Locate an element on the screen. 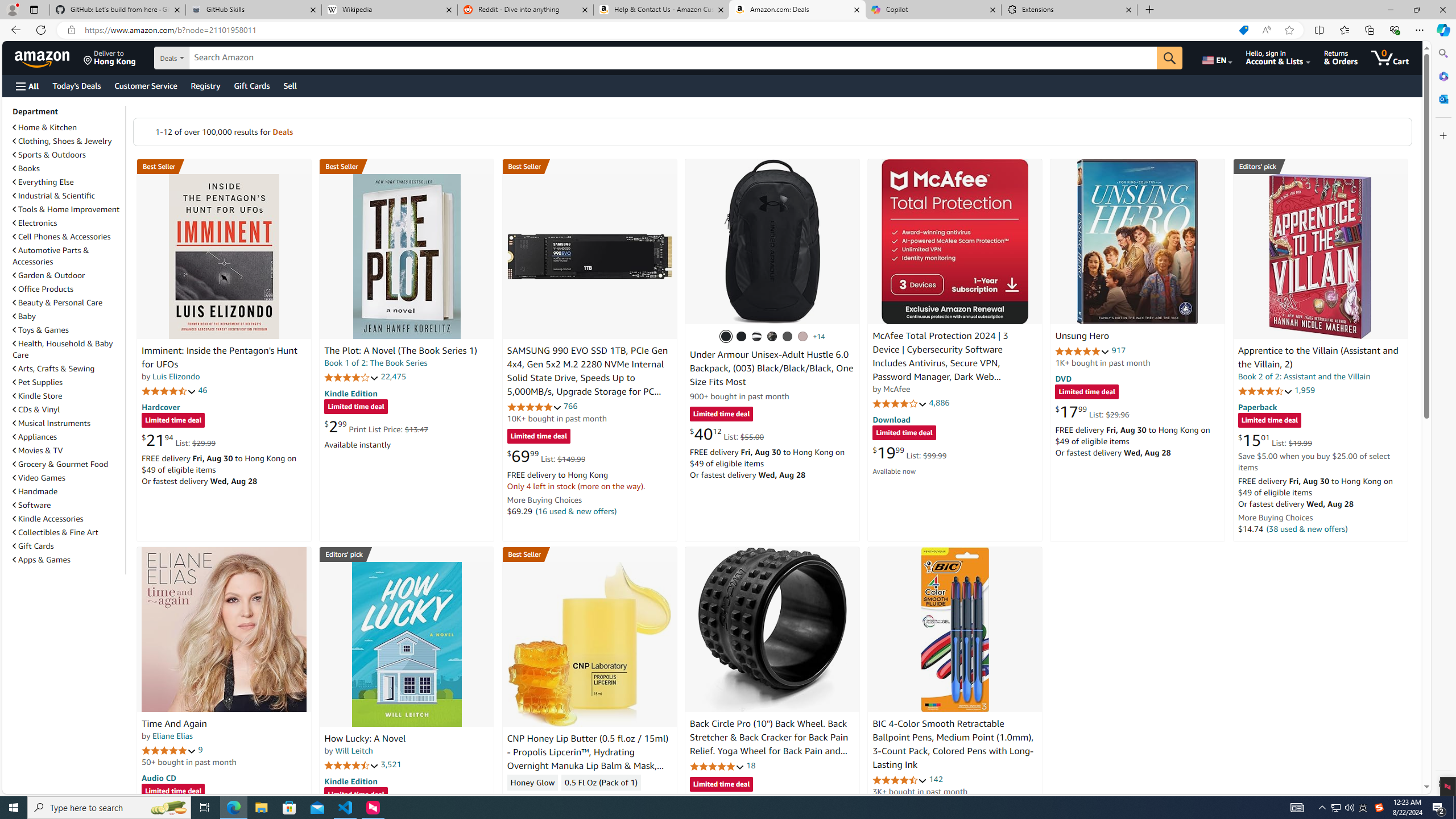  'Garden & Outdoor' is located at coordinates (49, 274).